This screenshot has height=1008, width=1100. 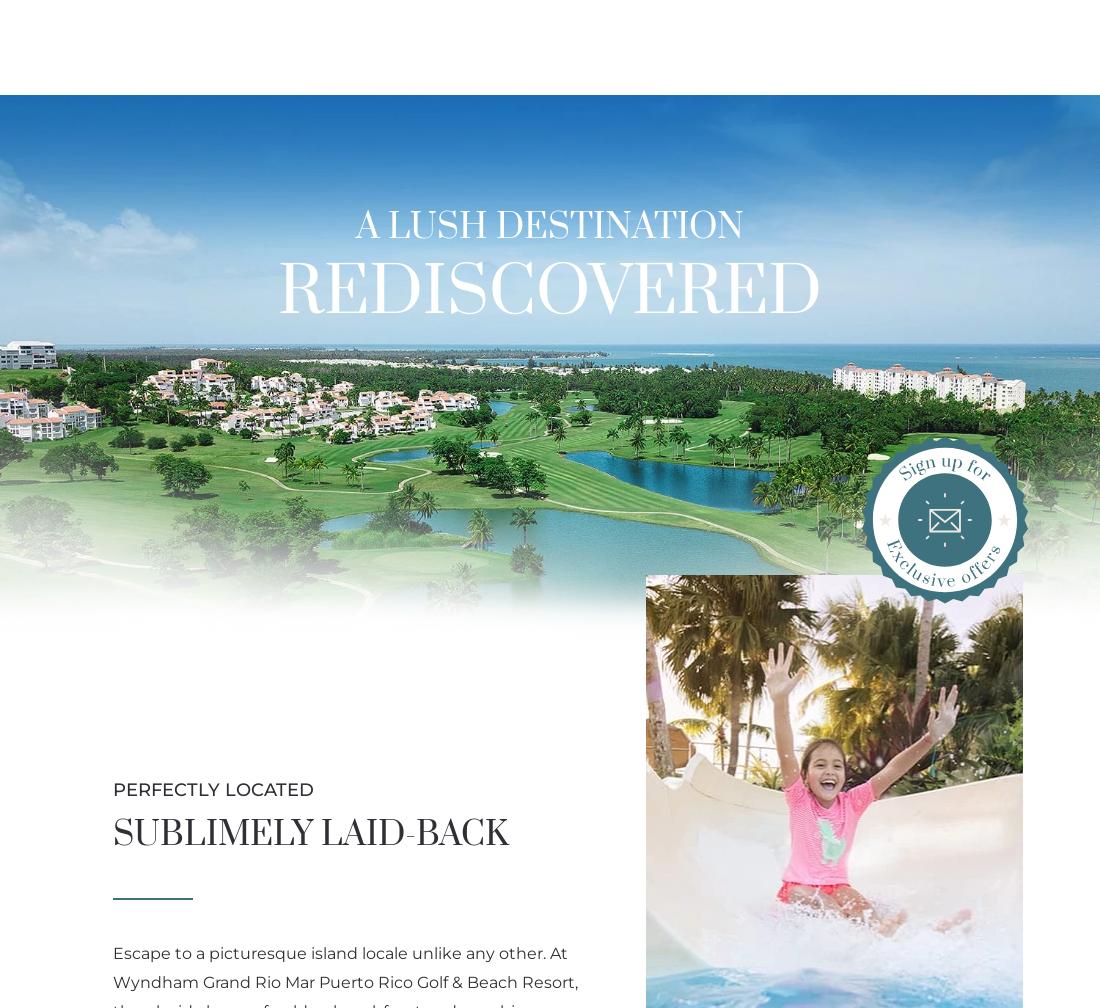 I want to click on 'Golf Webcam', so click(x=613, y=11).